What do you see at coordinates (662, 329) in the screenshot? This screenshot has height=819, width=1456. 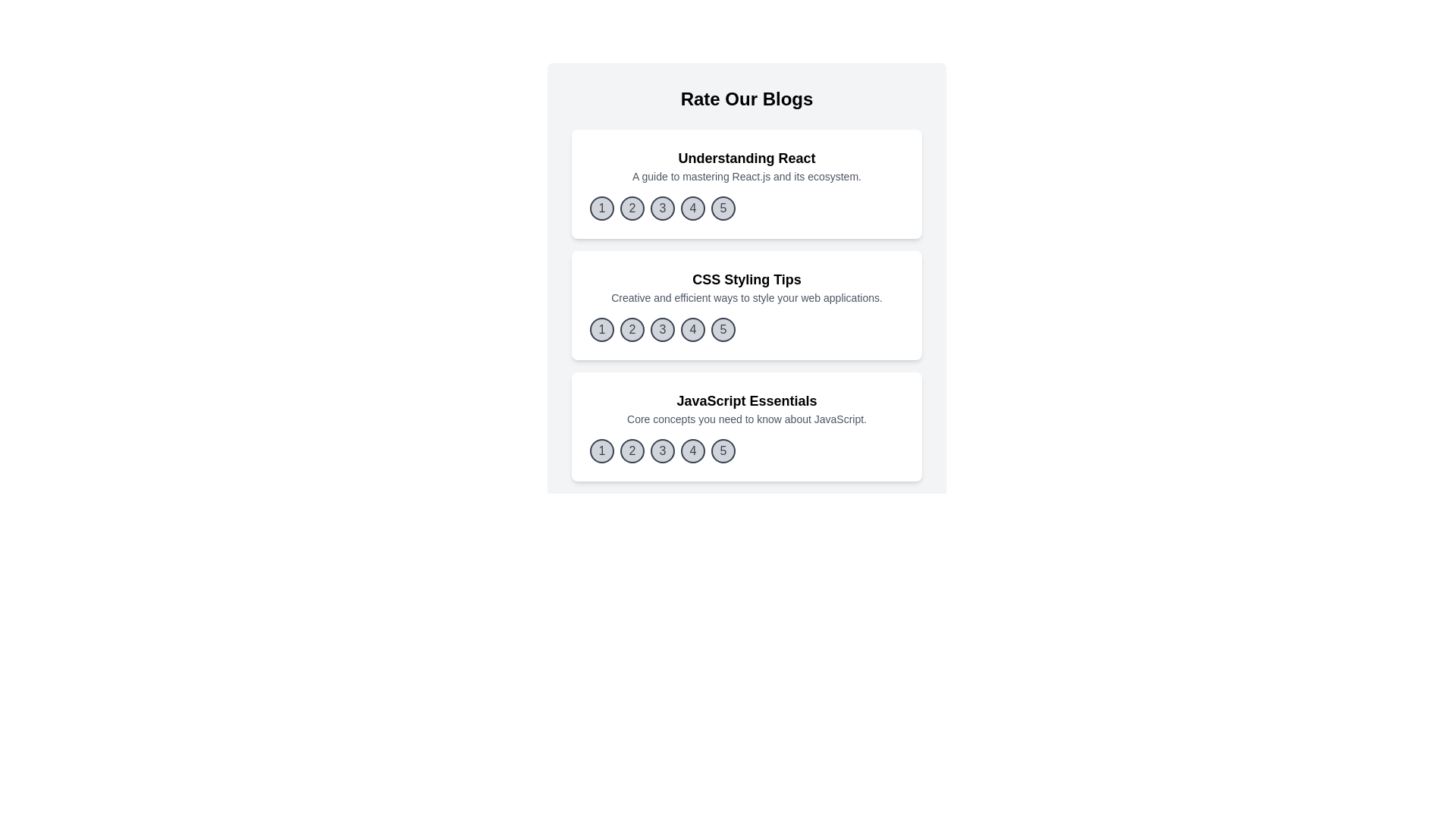 I see `the rating button corresponding to 3 for the blog titled 'CSS Styling Tips'` at bounding box center [662, 329].